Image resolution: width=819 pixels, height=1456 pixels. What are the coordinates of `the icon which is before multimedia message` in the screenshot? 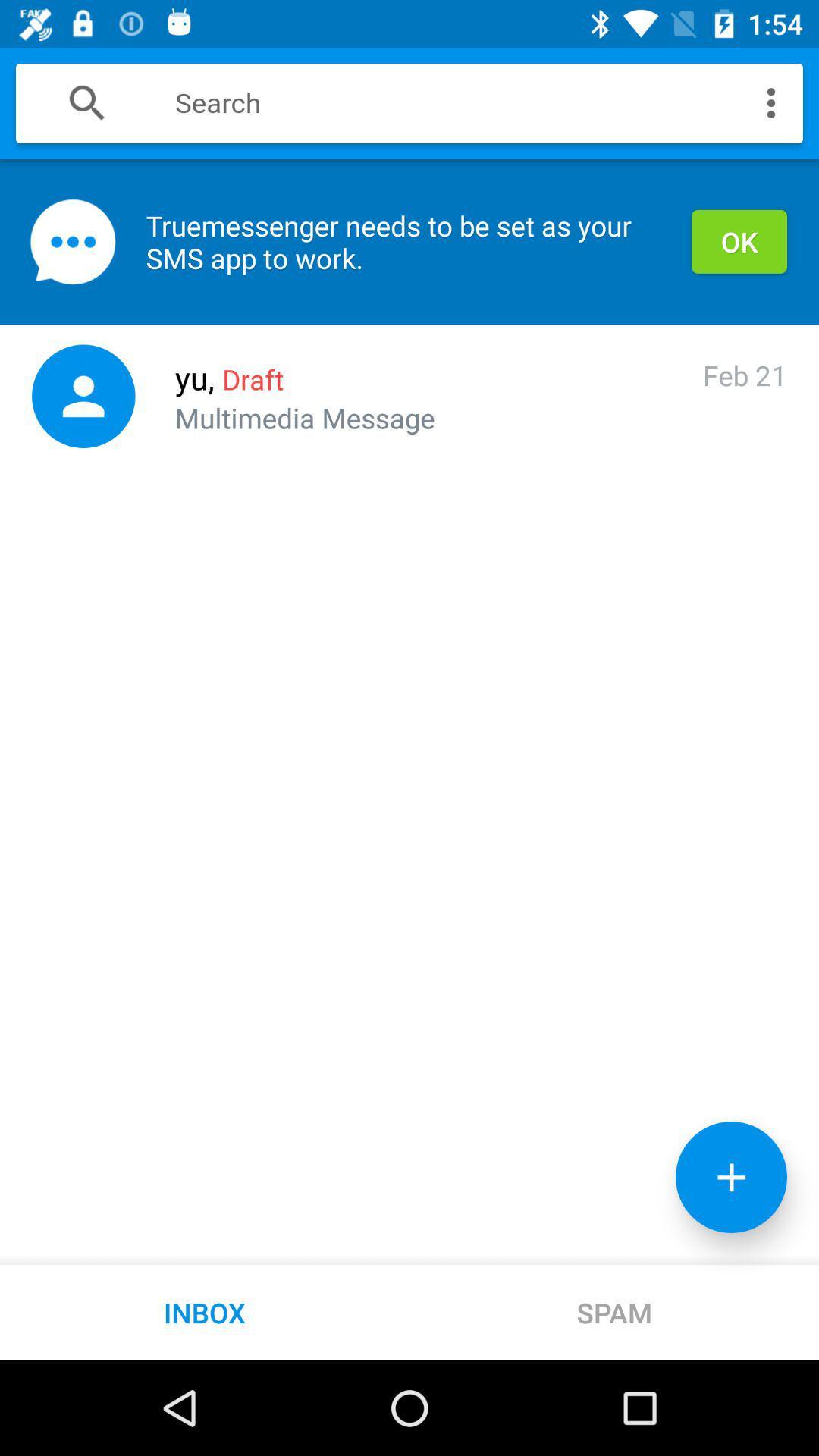 It's located at (83, 397).